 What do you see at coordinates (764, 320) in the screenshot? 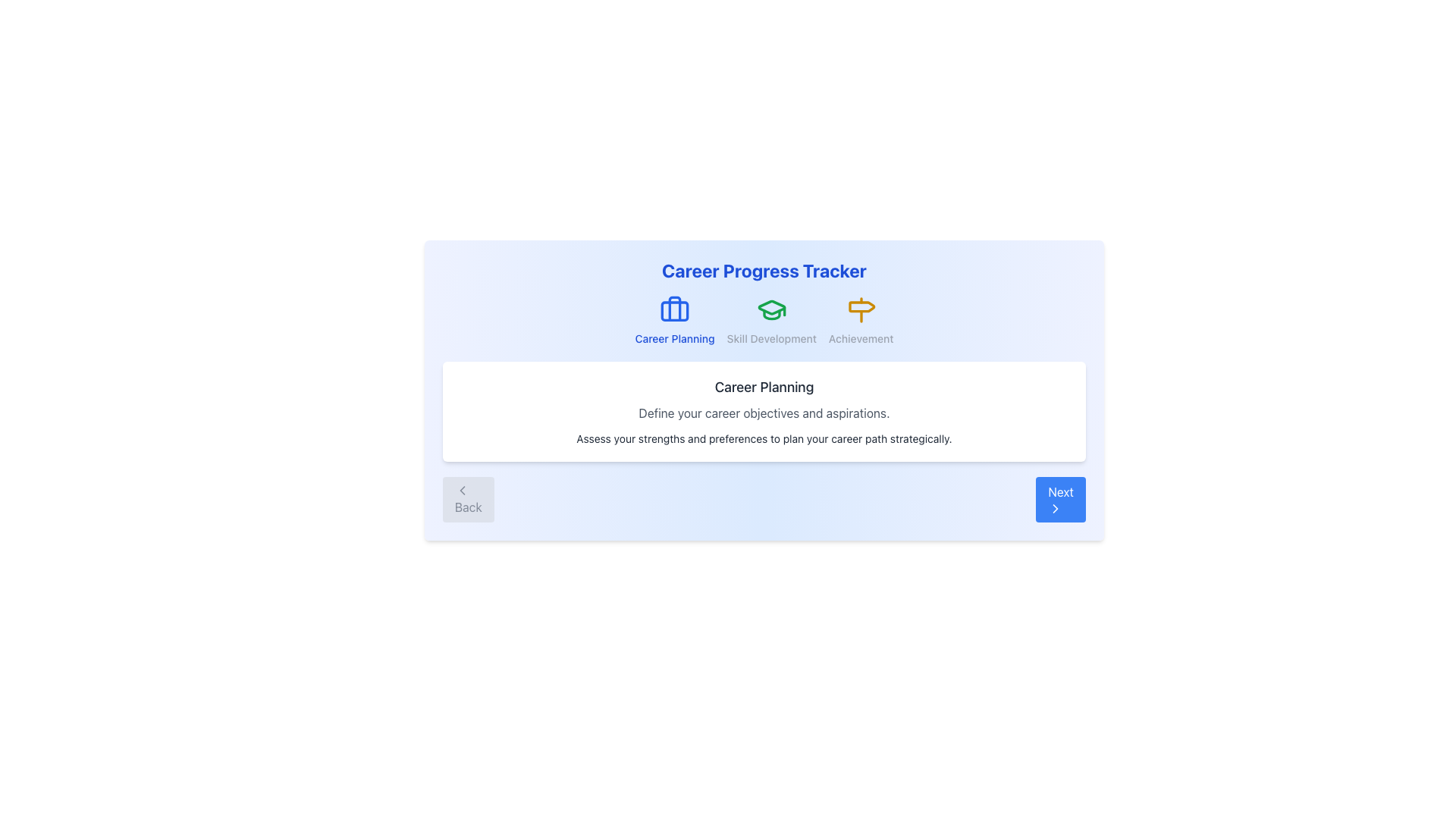
I see `the second Selectable Icon with Label representing the 'Skill Development' option in the 'Career Progress Tracker' section` at bounding box center [764, 320].